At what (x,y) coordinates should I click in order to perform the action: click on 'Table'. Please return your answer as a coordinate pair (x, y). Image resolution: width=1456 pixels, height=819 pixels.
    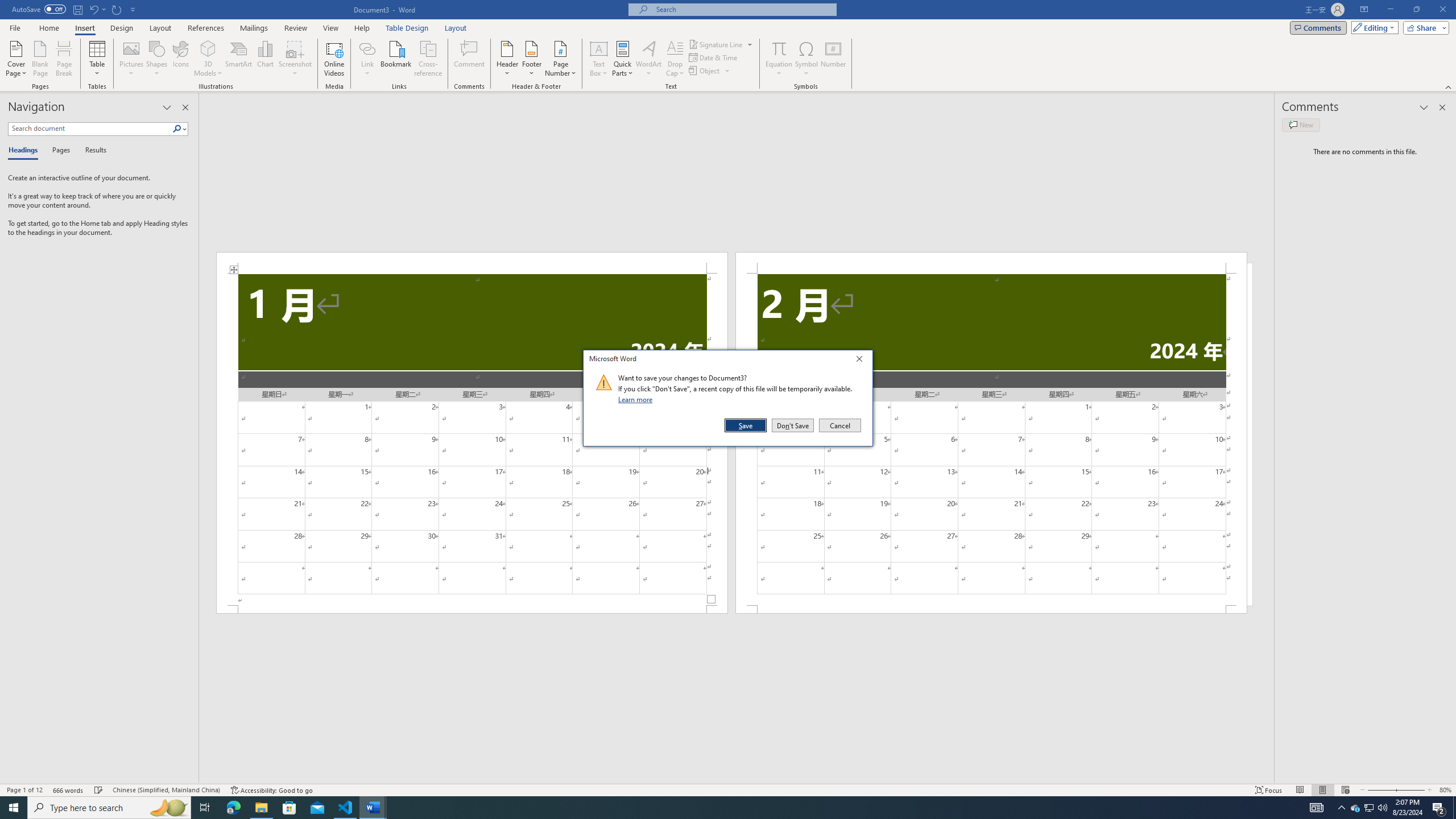
    Looking at the image, I should click on (97, 59).